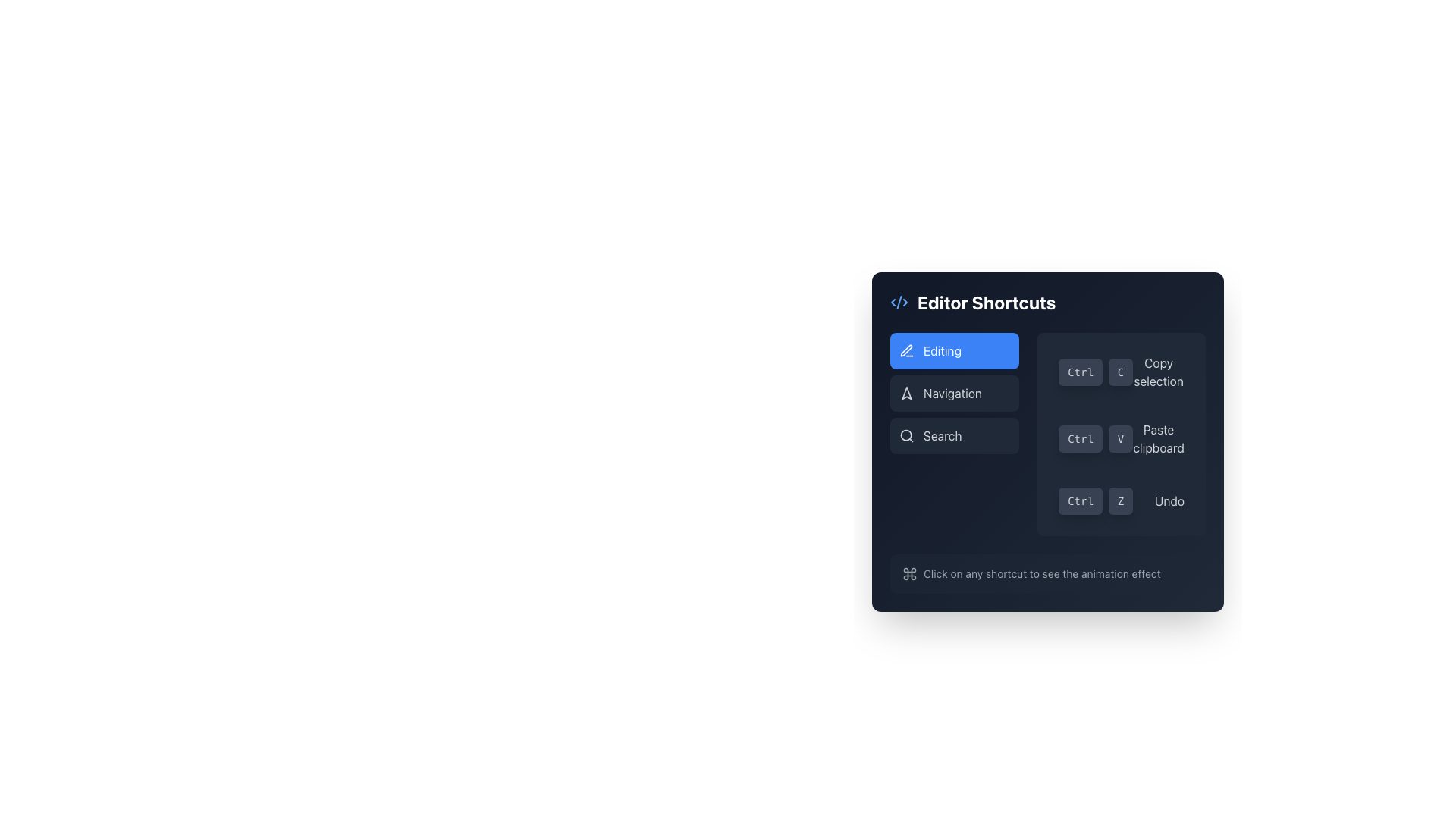 Image resolution: width=1456 pixels, height=819 pixels. What do you see at coordinates (1121, 372) in the screenshot?
I see `the button labeled 'C', which is used for the 'Copy' action in conjunction with the 'Ctrl' button, located in the middle-right section of the interface` at bounding box center [1121, 372].